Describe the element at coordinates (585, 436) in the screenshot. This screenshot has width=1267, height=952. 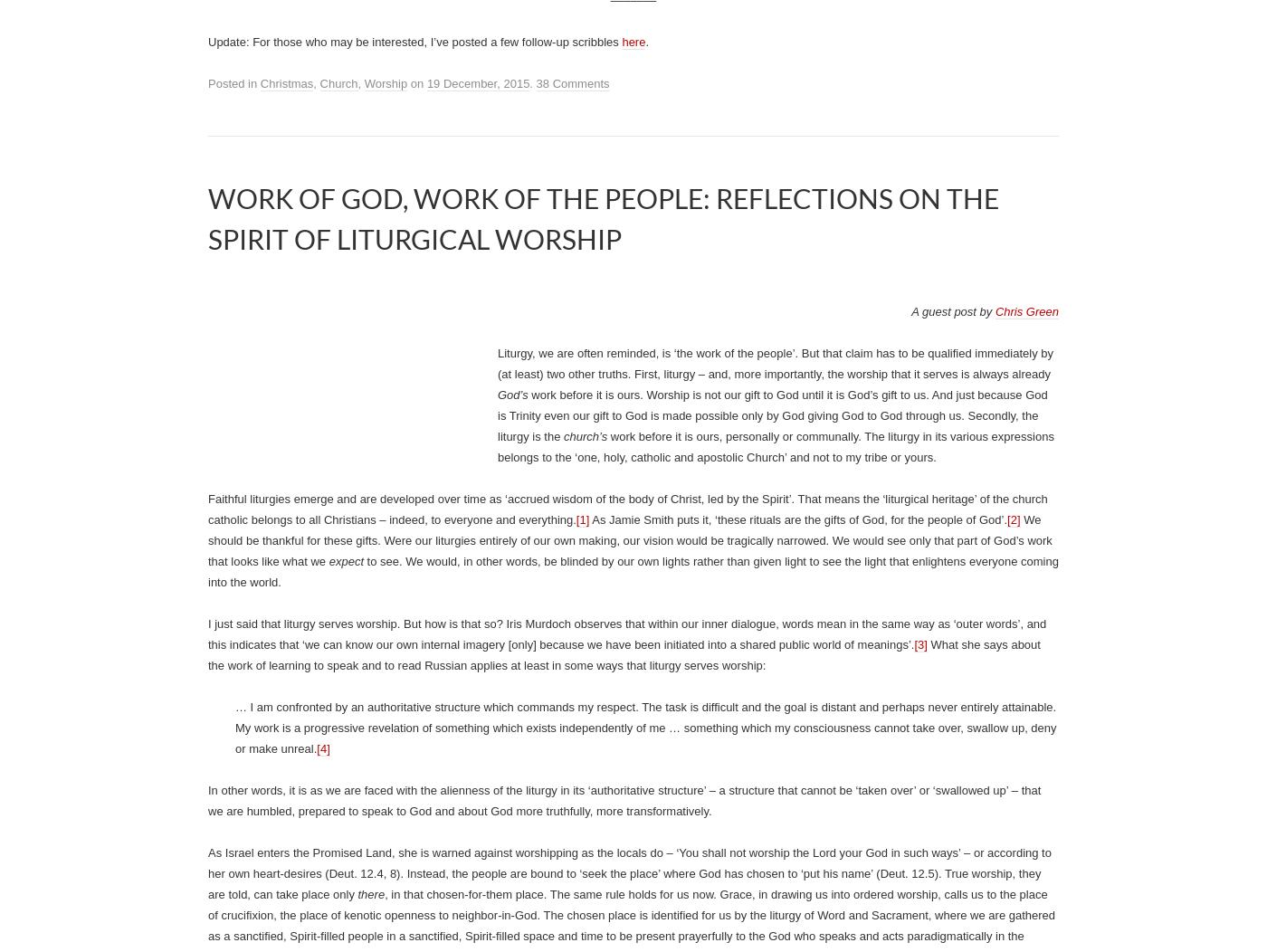
I see `'church’s'` at that location.